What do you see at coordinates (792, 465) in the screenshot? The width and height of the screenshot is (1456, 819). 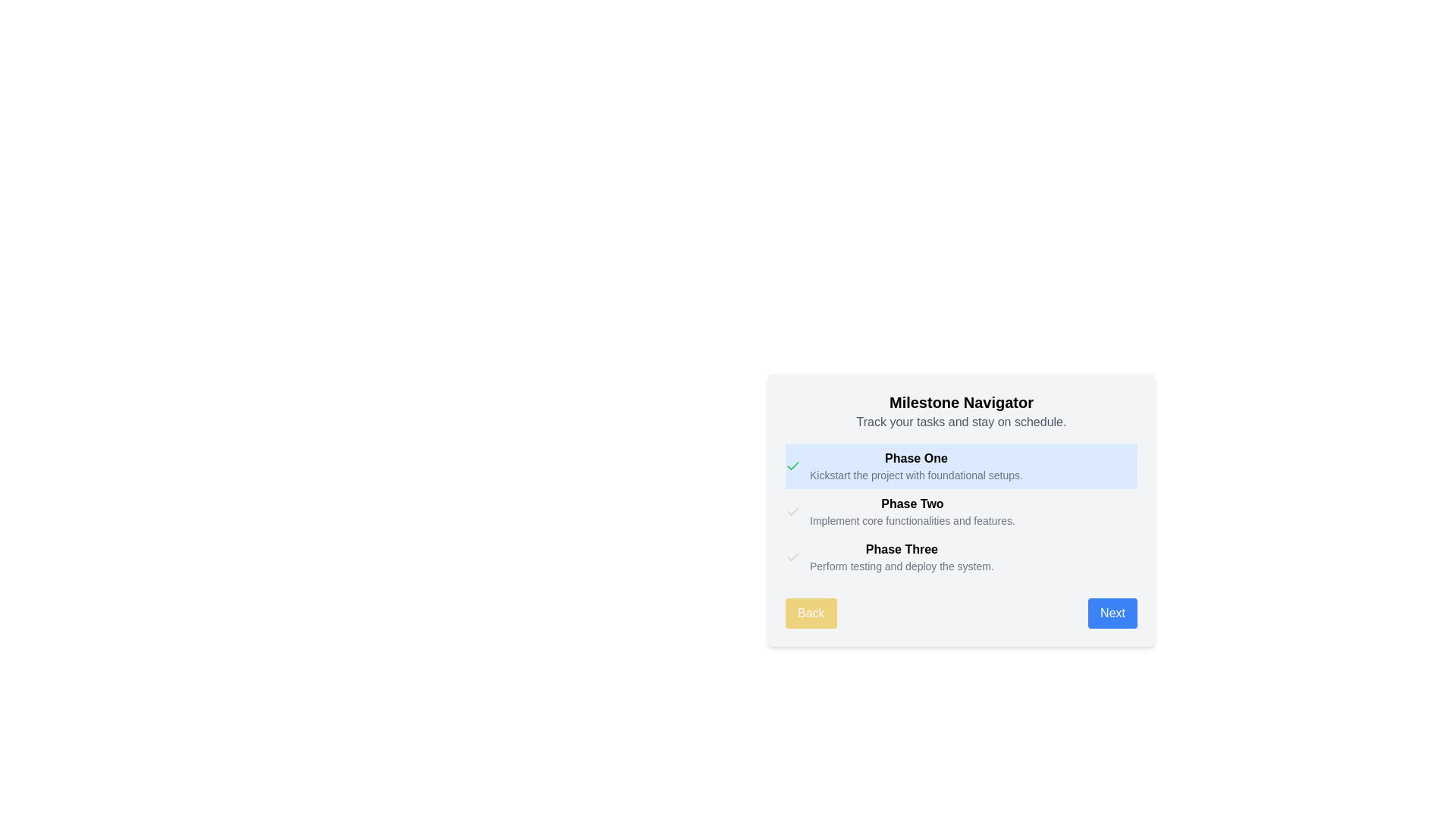 I see `the checkmark icon indicating completion of 'Phase One', which is positioned at the far left edge of the line preceding the bold 'Phase One' text label` at bounding box center [792, 465].